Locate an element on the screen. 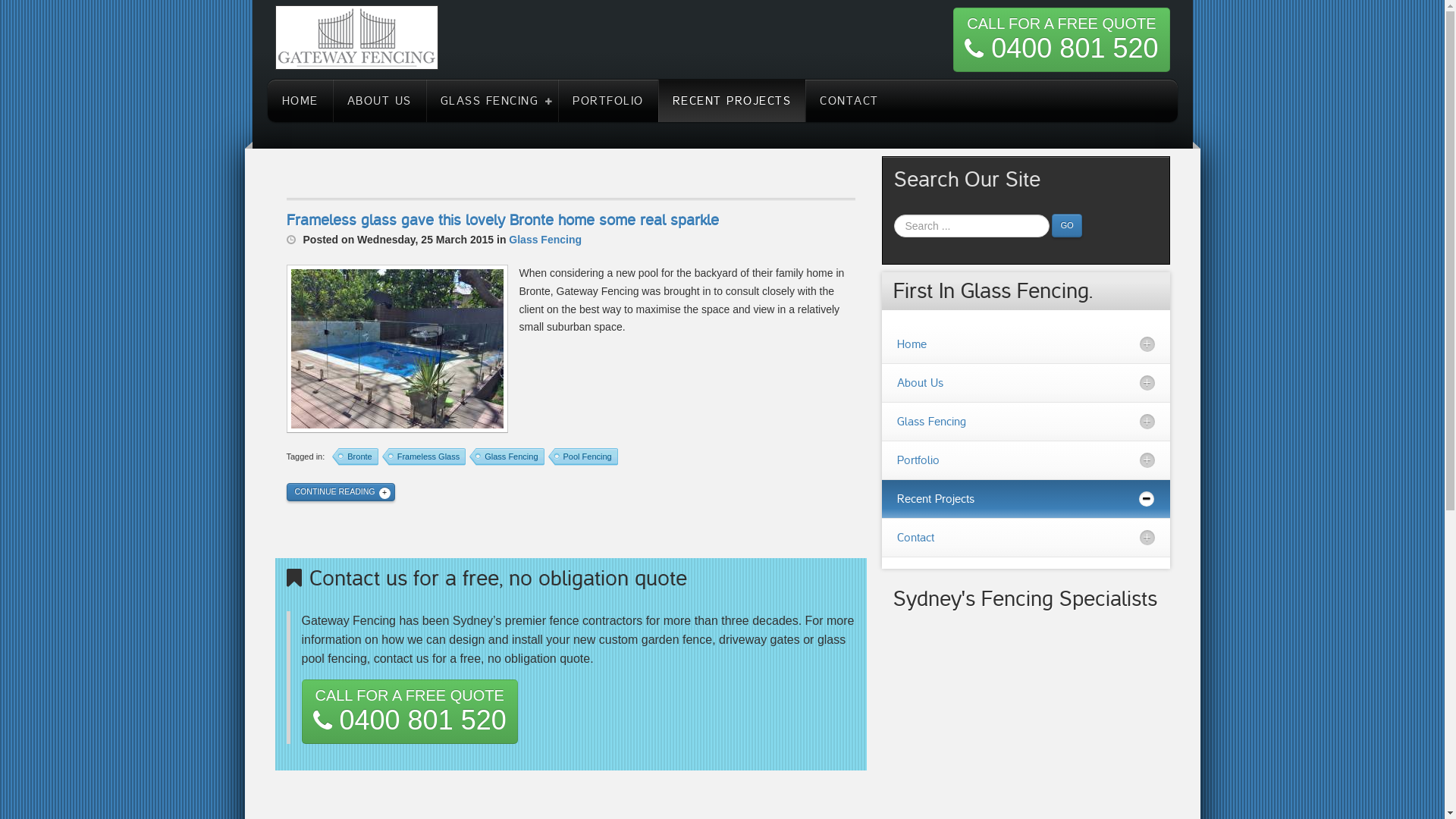 This screenshot has height=819, width=1456. 'Bronte' is located at coordinates (354, 456).